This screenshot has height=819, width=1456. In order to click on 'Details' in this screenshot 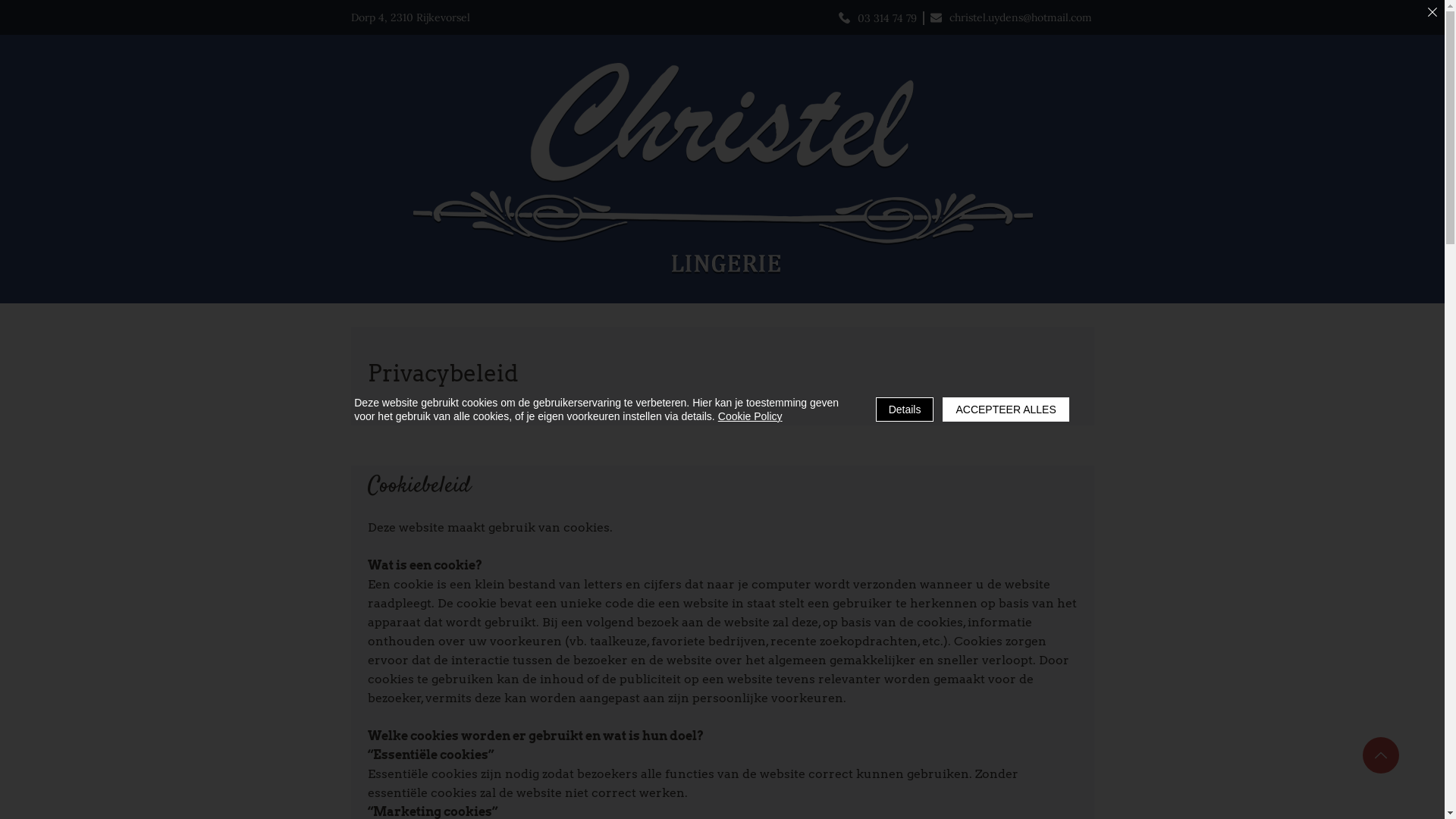, I will do `click(905, 409)`.